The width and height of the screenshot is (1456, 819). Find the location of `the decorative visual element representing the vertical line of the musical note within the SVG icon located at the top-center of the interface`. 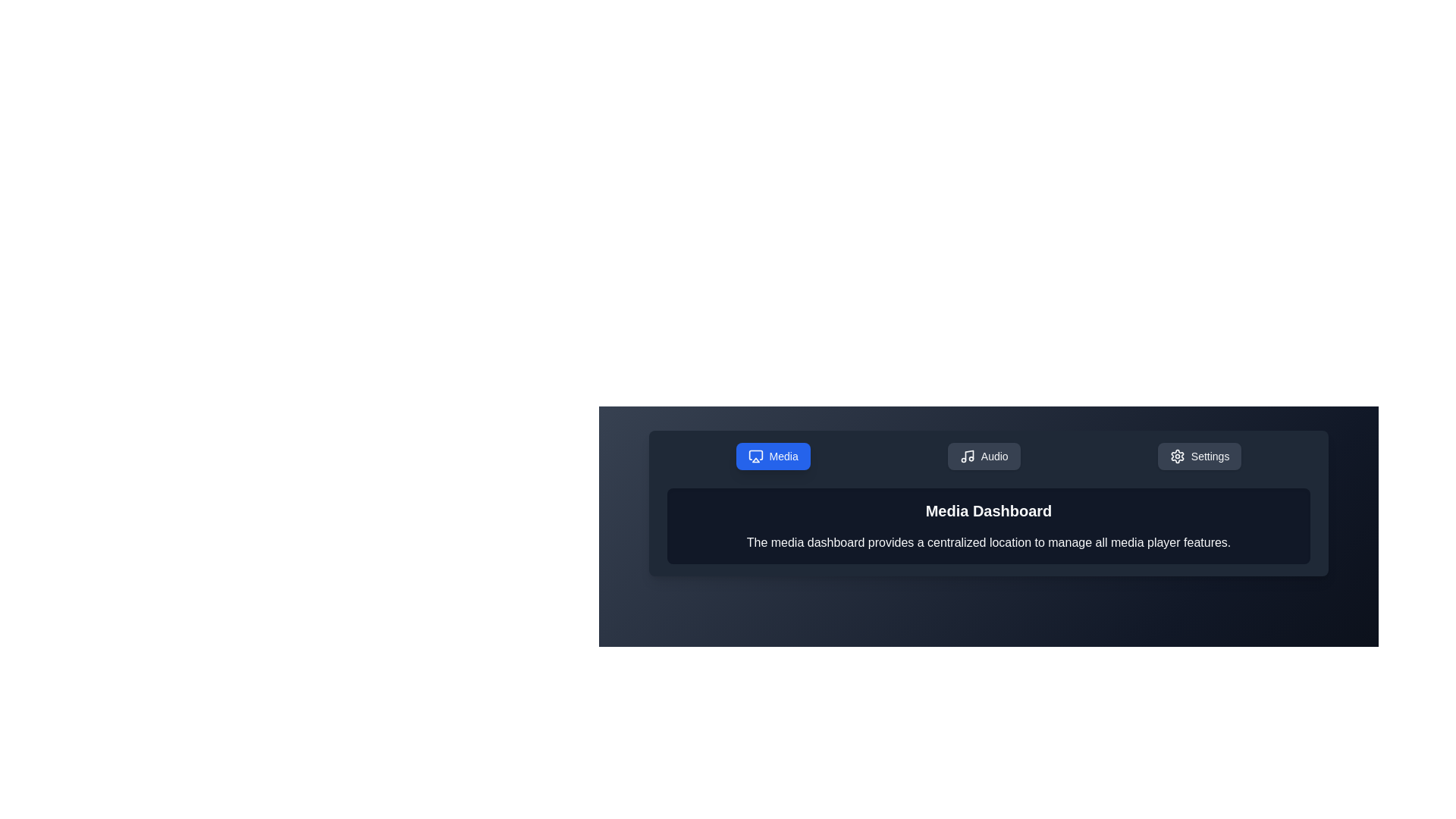

the decorative visual element representing the vertical line of the musical note within the SVG icon located at the top-center of the interface is located at coordinates (968, 454).